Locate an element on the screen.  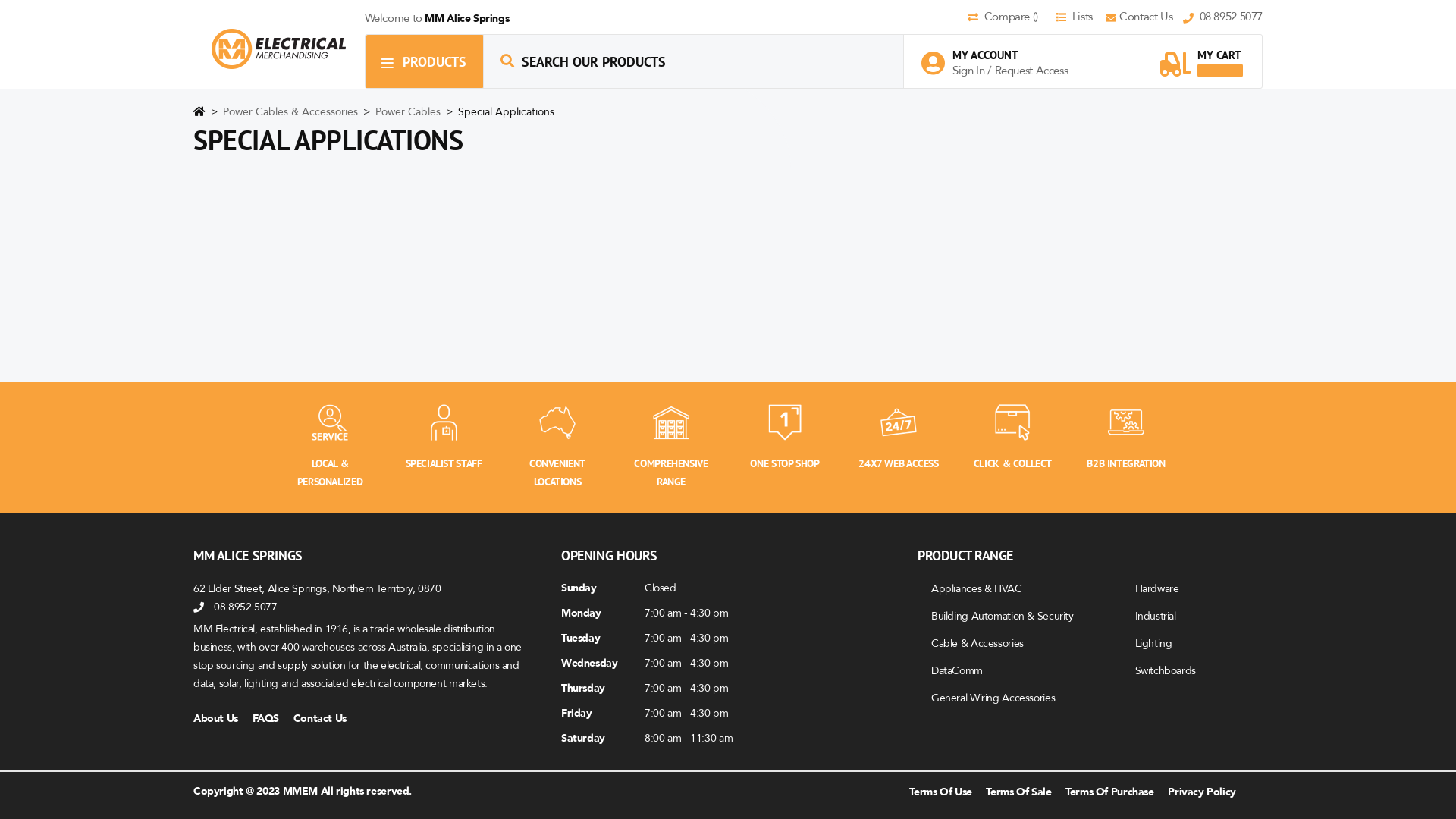
'Request Access' is located at coordinates (1031, 70).